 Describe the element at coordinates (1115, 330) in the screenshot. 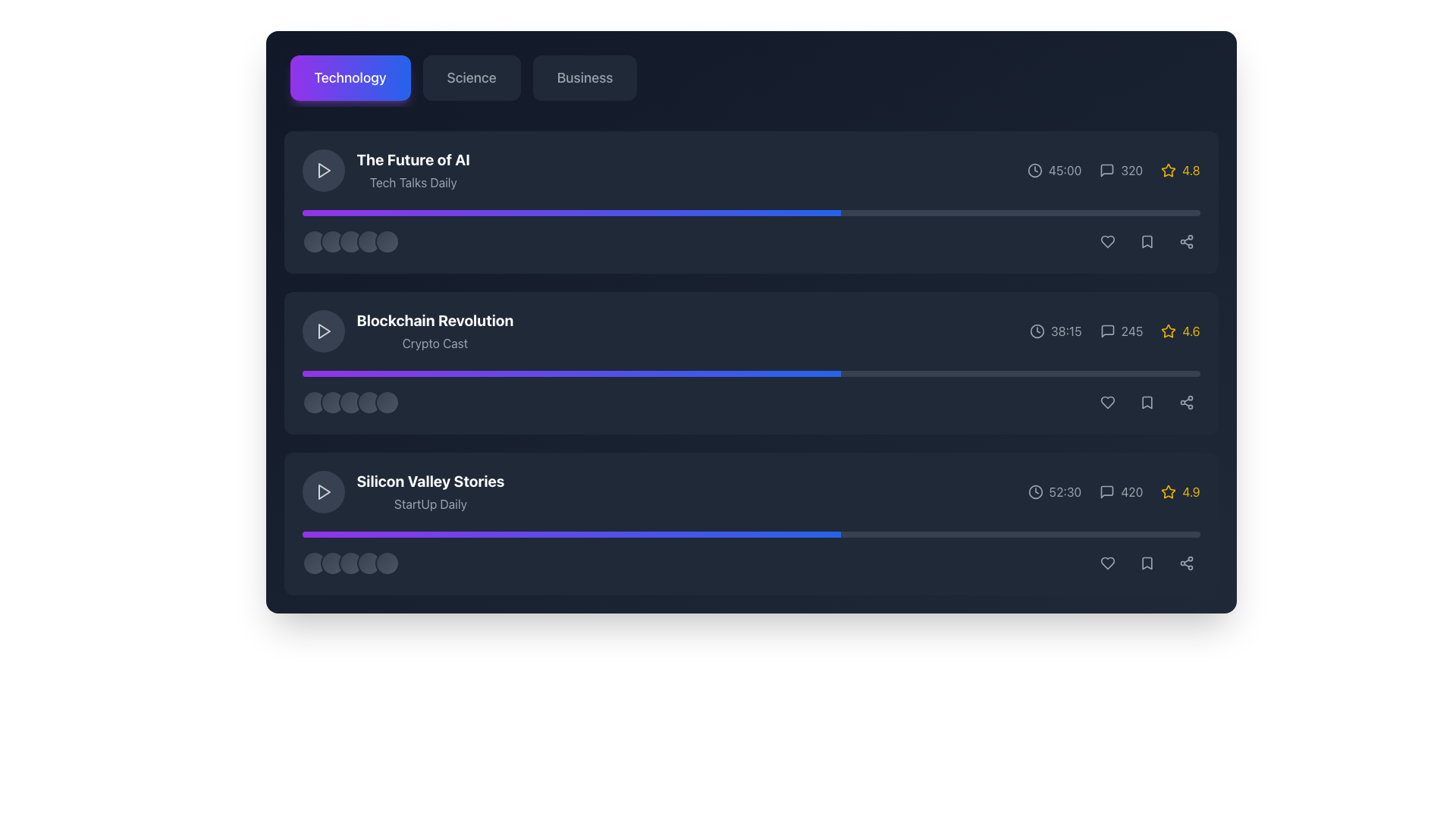

I see `the values displayed in the label group with icons summarizing statistics for the 'Blockchain Revolution' entry, located at the bottom right corner of the entry` at that location.